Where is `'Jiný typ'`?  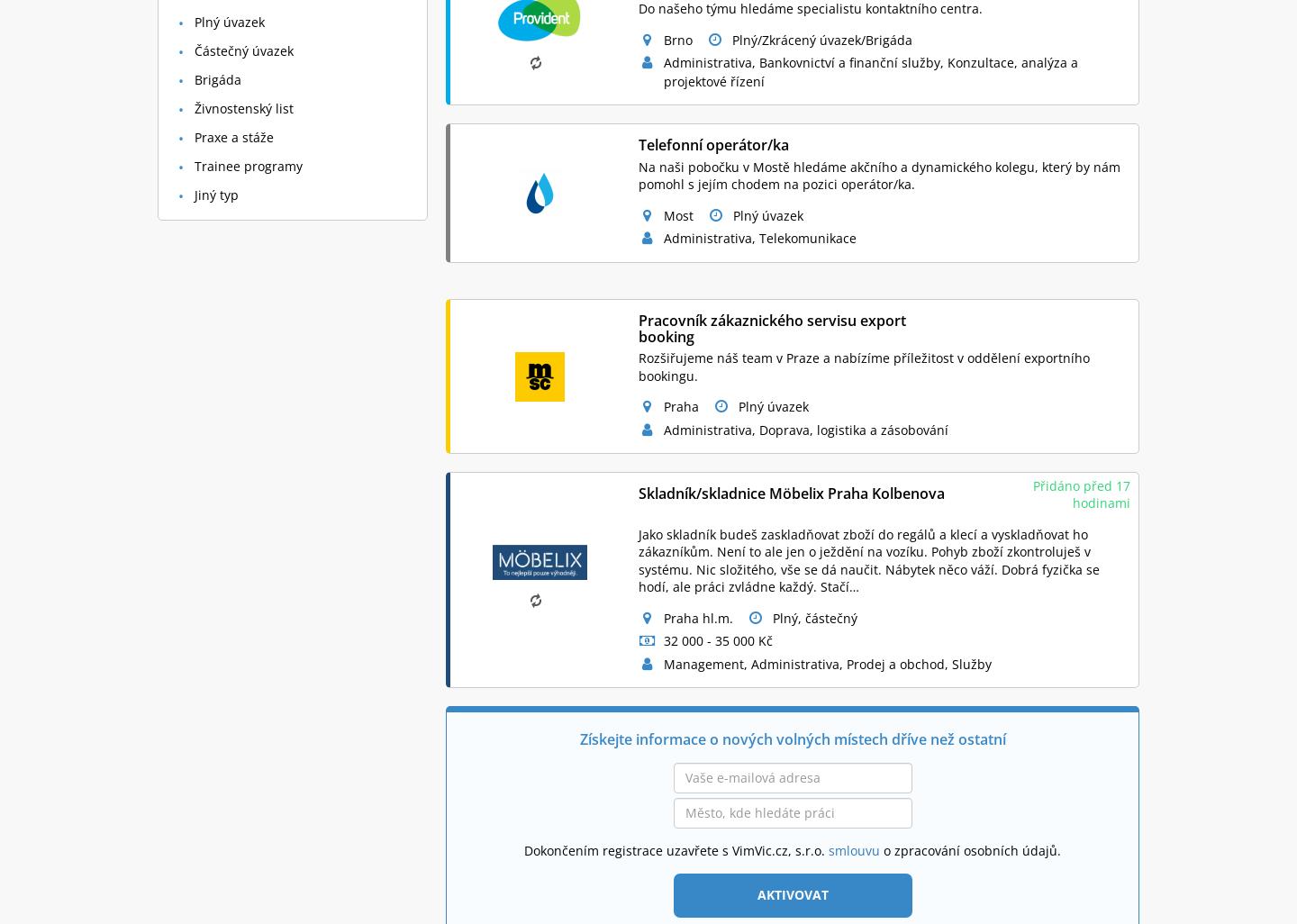 'Jiný typ' is located at coordinates (216, 194).